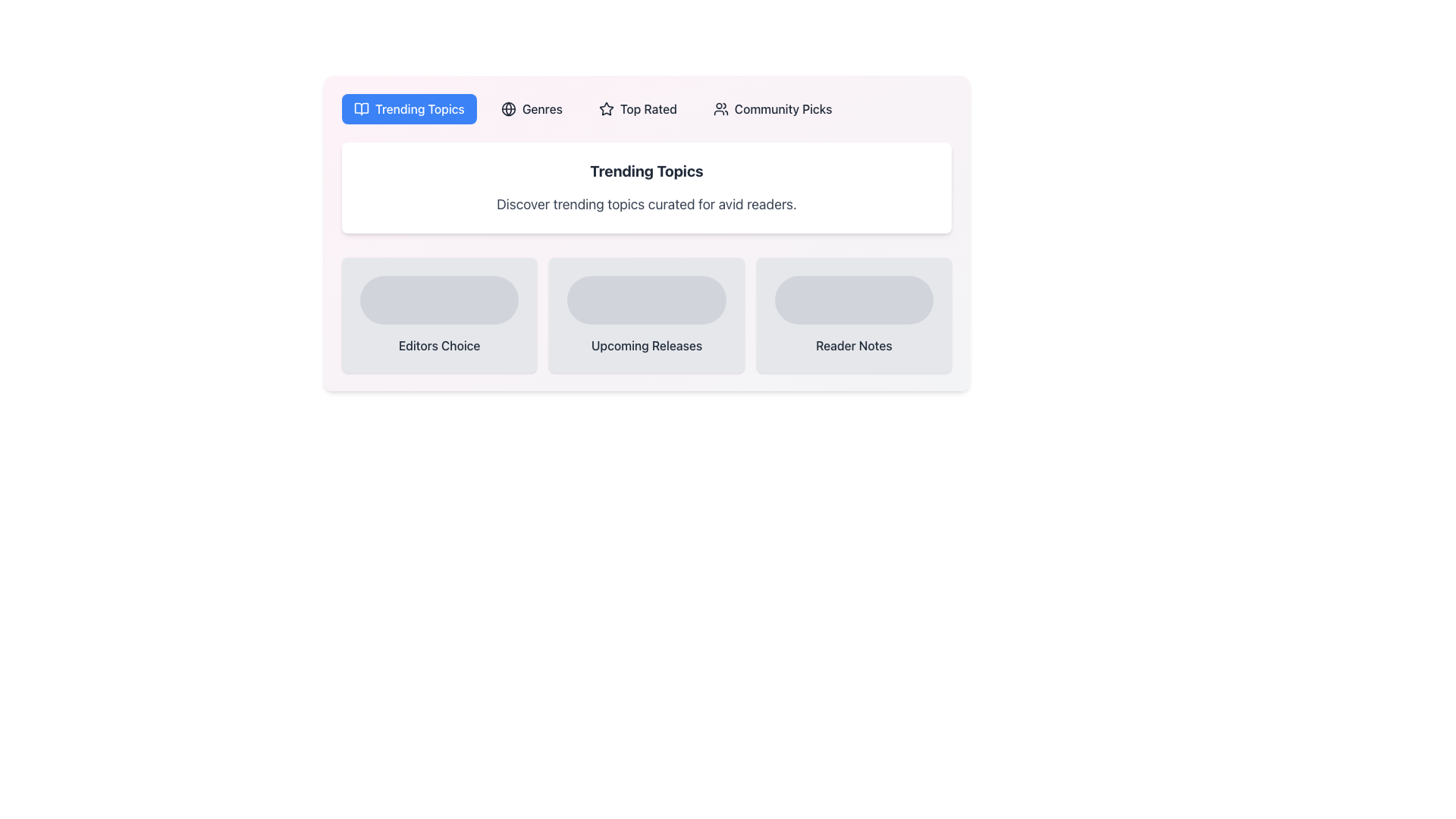 The width and height of the screenshot is (1456, 819). I want to click on the community icon, which represents a group of people with a minimalist outlined design, located next to the text 'Community Picks', so click(720, 108).